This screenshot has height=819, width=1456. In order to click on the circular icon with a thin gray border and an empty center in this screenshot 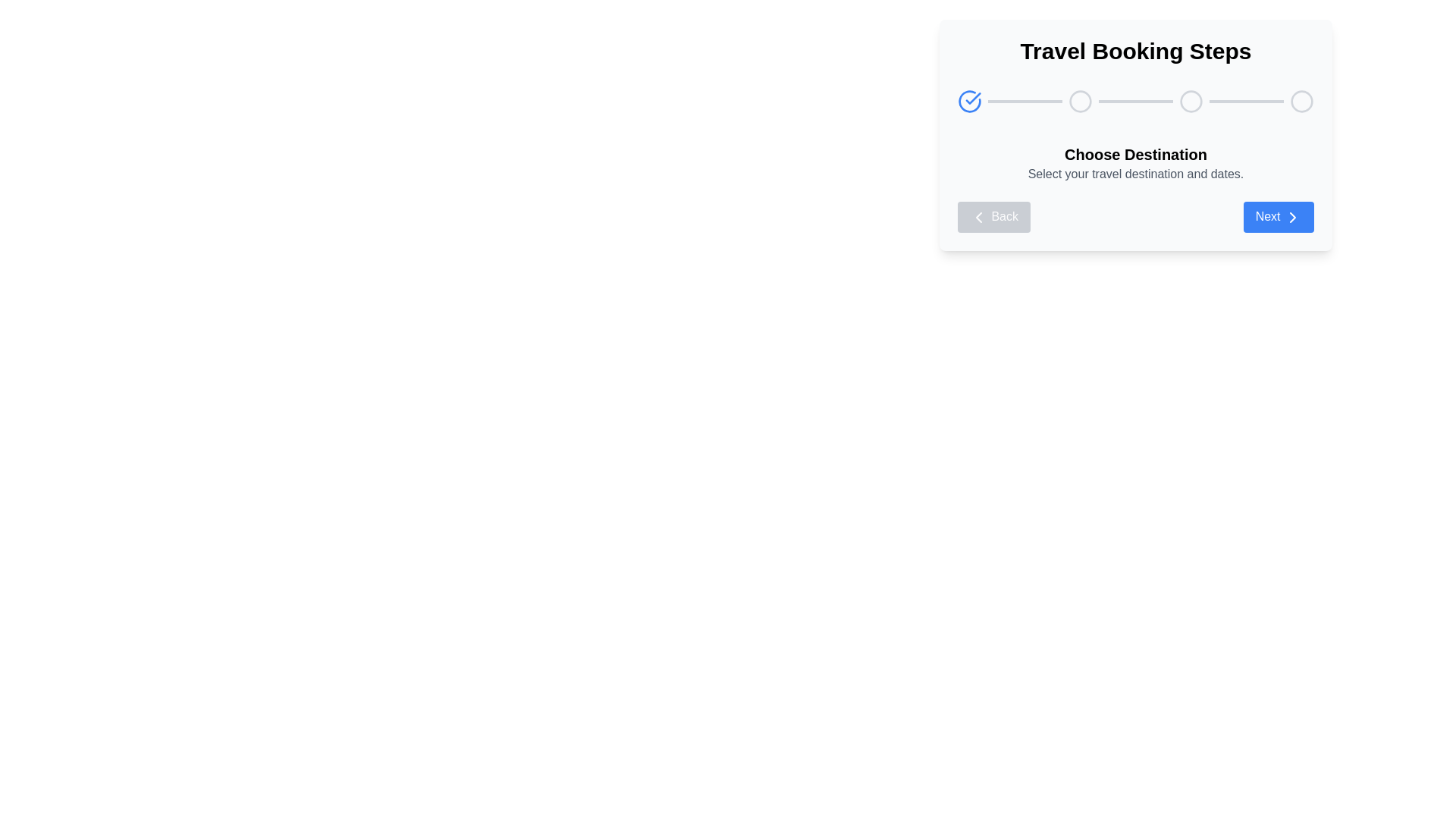, I will do `click(1190, 102)`.